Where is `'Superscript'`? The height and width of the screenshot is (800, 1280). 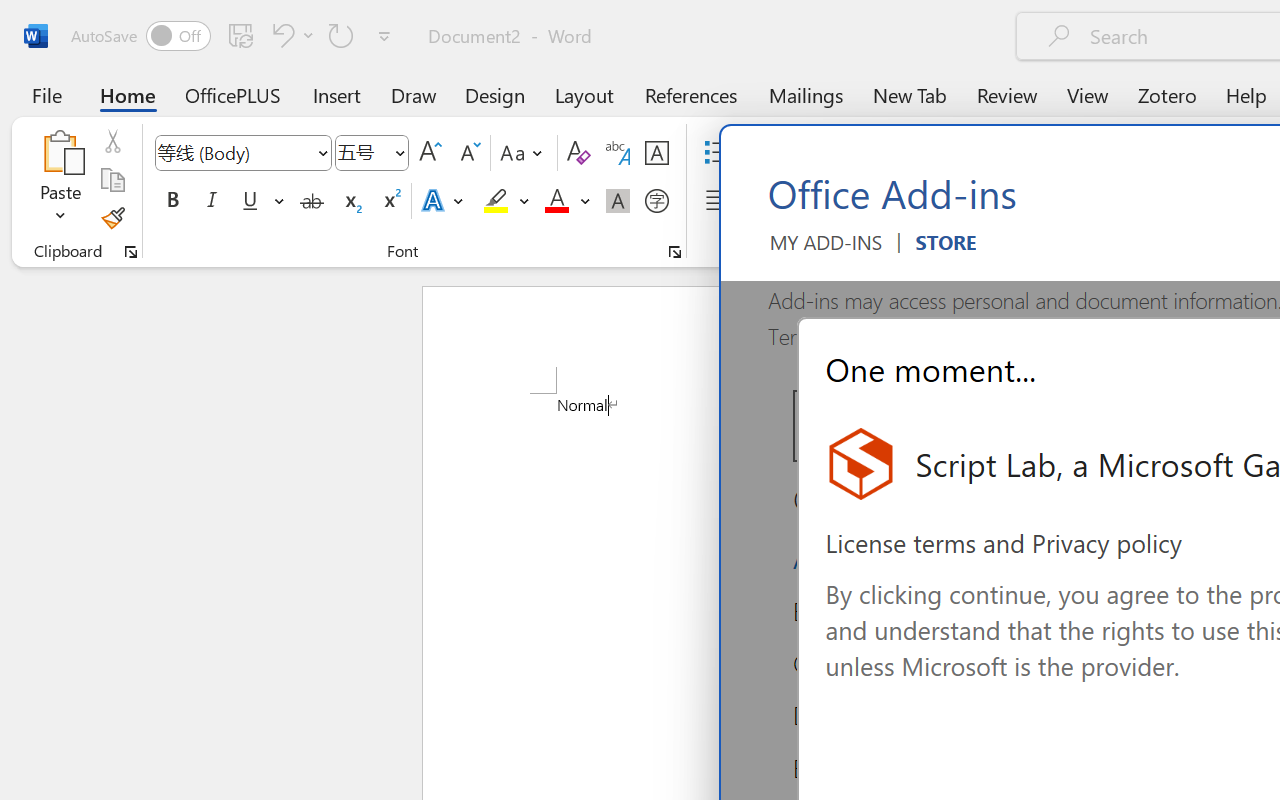 'Superscript' is located at coordinates (390, 201).